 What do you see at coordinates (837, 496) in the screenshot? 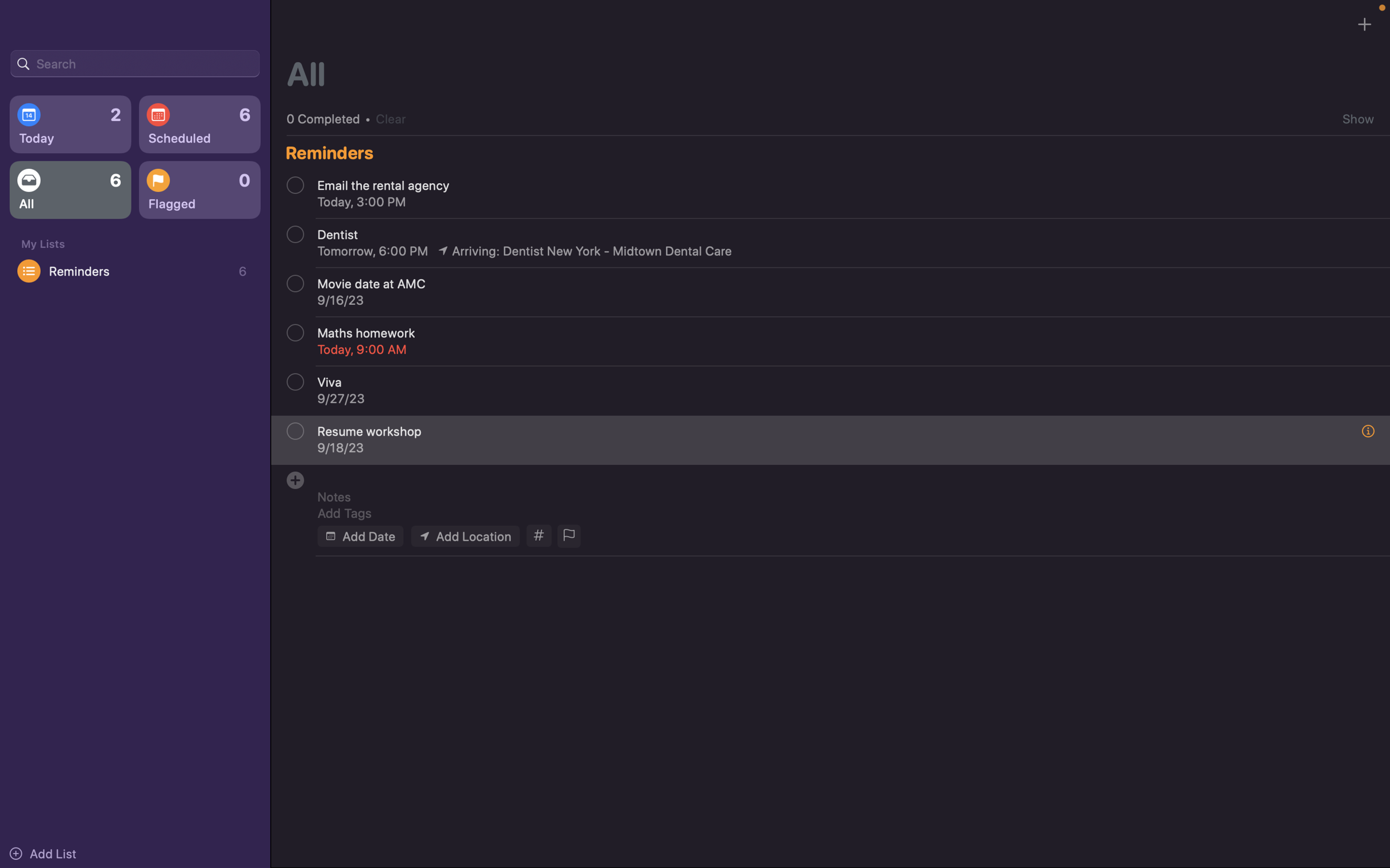
I see `Add note to the event as "bring textbook"` at bounding box center [837, 496].